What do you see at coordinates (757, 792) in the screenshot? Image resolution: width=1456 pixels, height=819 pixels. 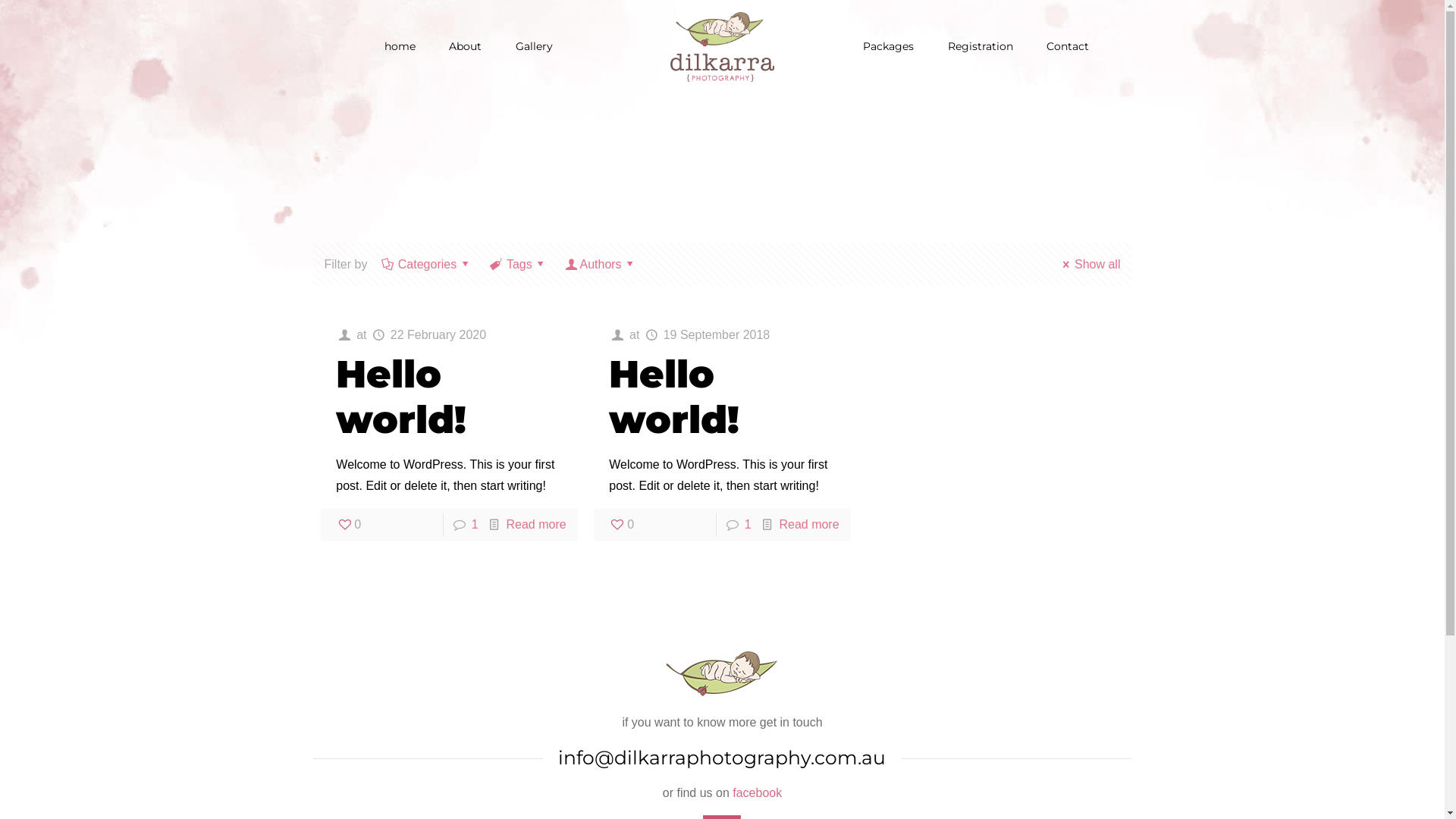 I see `'facebook'` at bounding box center [757, 792].